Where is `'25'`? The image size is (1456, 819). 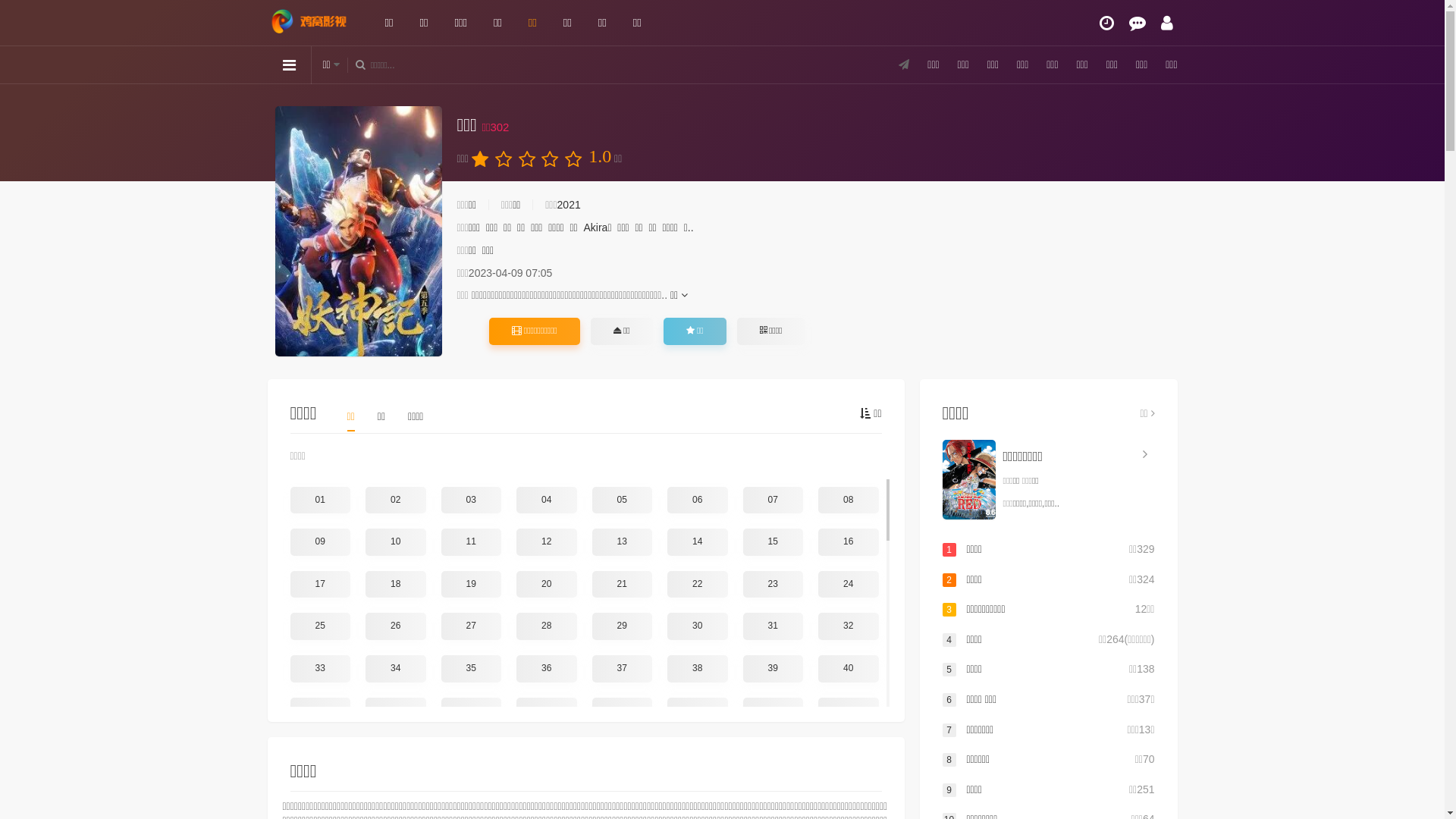
'25' is located at coordinates (290, 626).